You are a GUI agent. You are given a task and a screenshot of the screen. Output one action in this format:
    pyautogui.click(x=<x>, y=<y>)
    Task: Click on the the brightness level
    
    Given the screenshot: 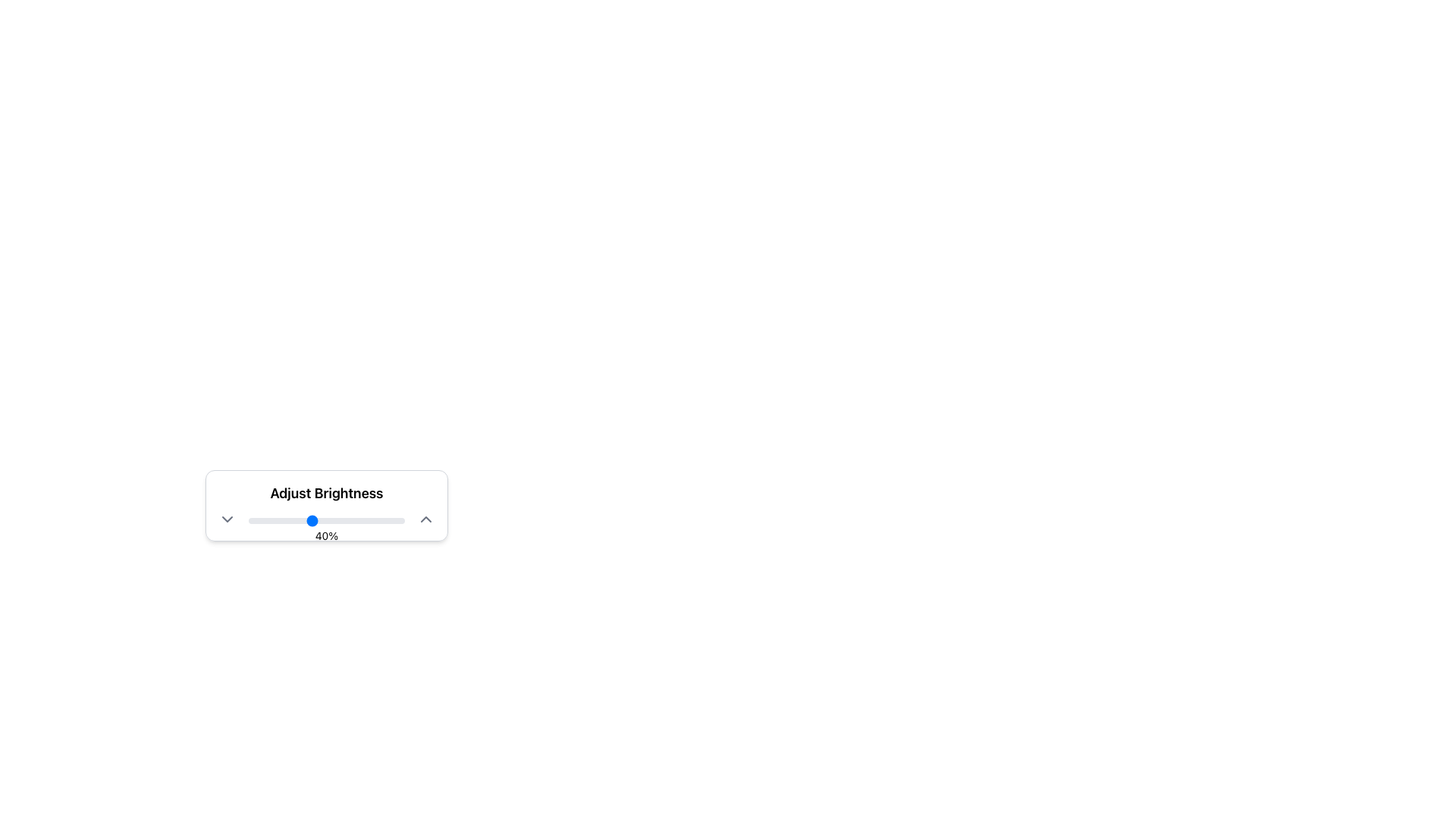 What is the action you would take?
    pyautogui.click(x=391, y=519)
    